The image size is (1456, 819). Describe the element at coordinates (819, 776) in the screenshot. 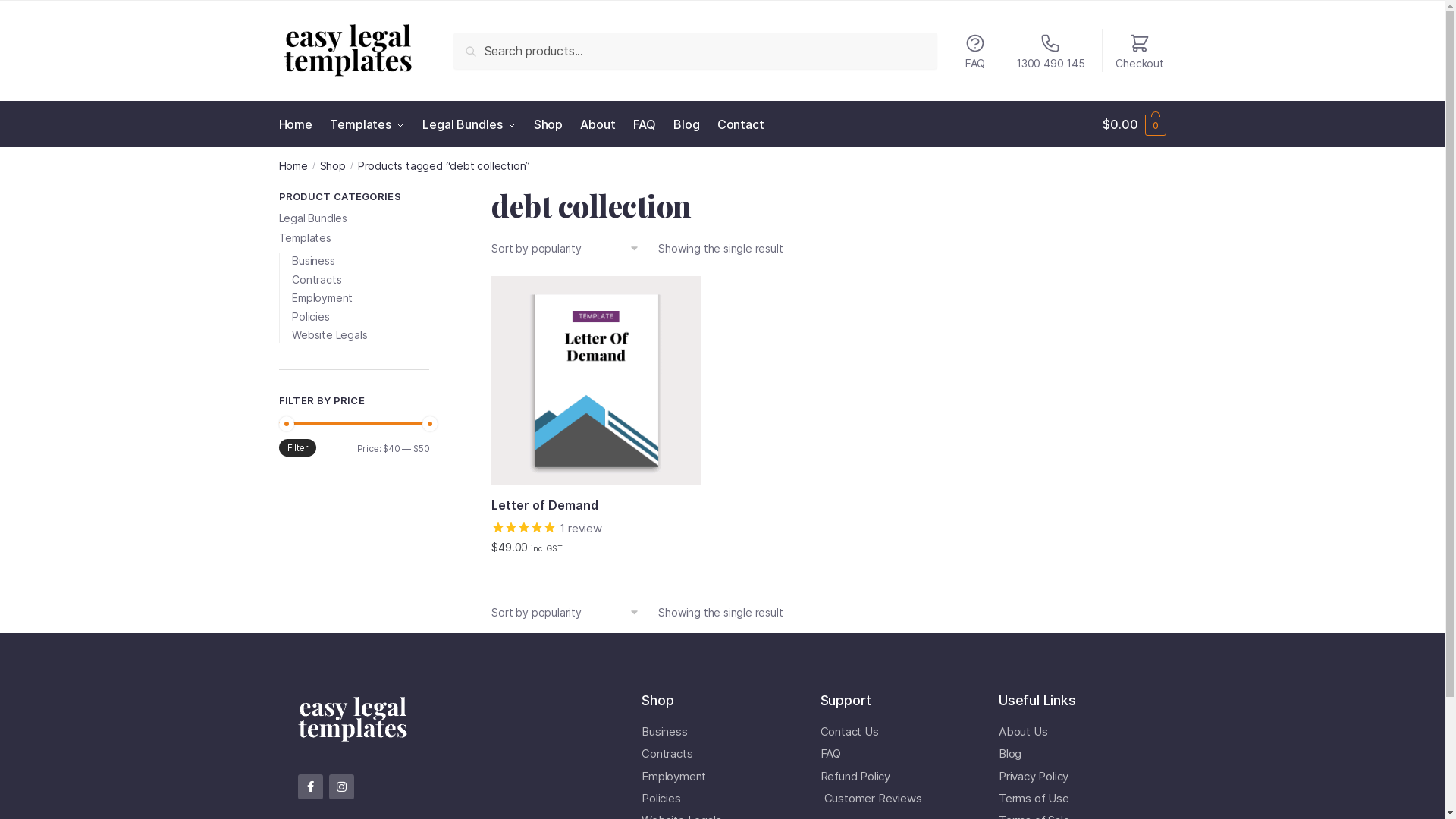

I see `'Refund Policy'` at that location.